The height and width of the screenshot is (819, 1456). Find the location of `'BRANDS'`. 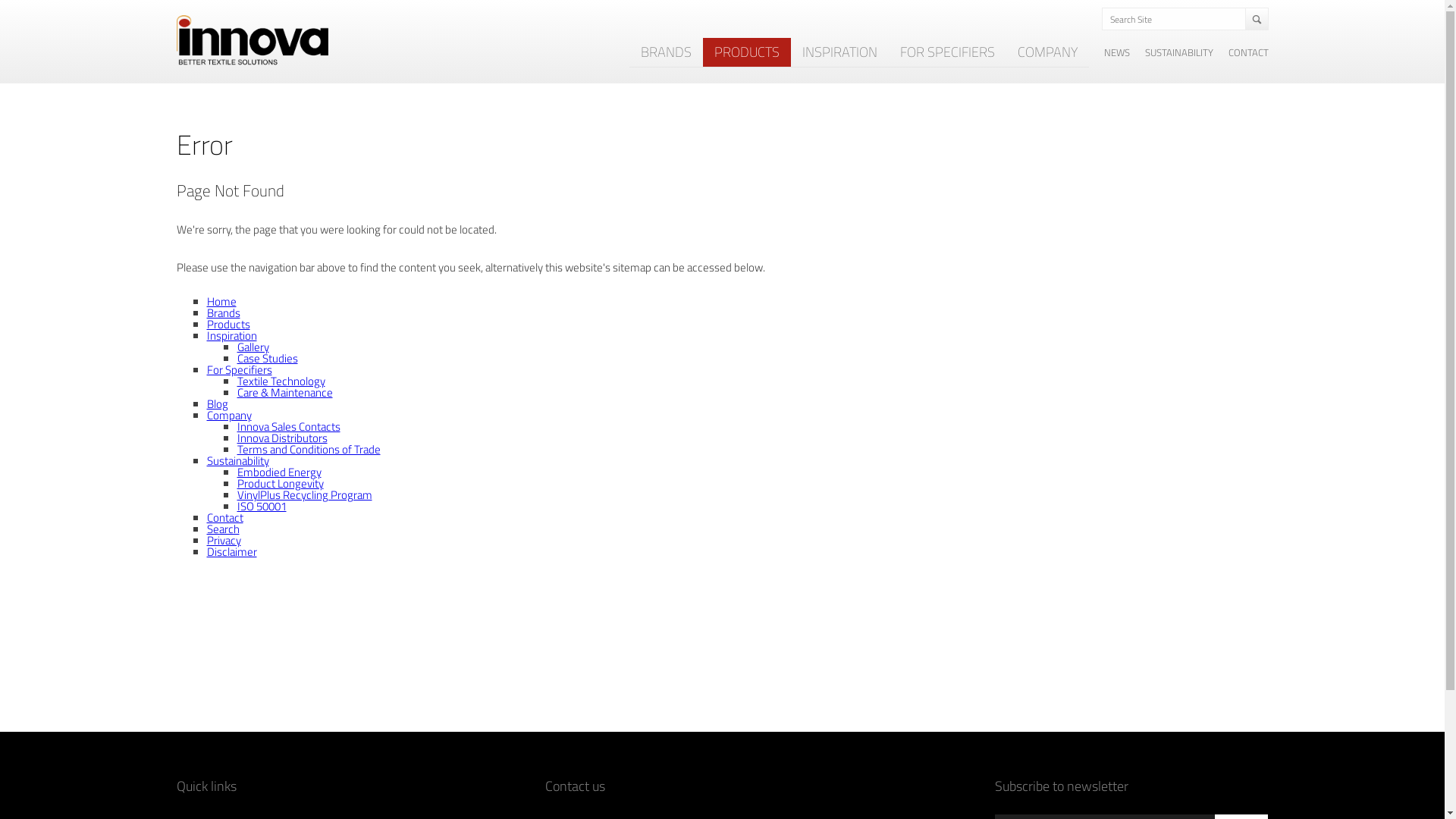

'BRANDS' is located at coordinates (666, 52).